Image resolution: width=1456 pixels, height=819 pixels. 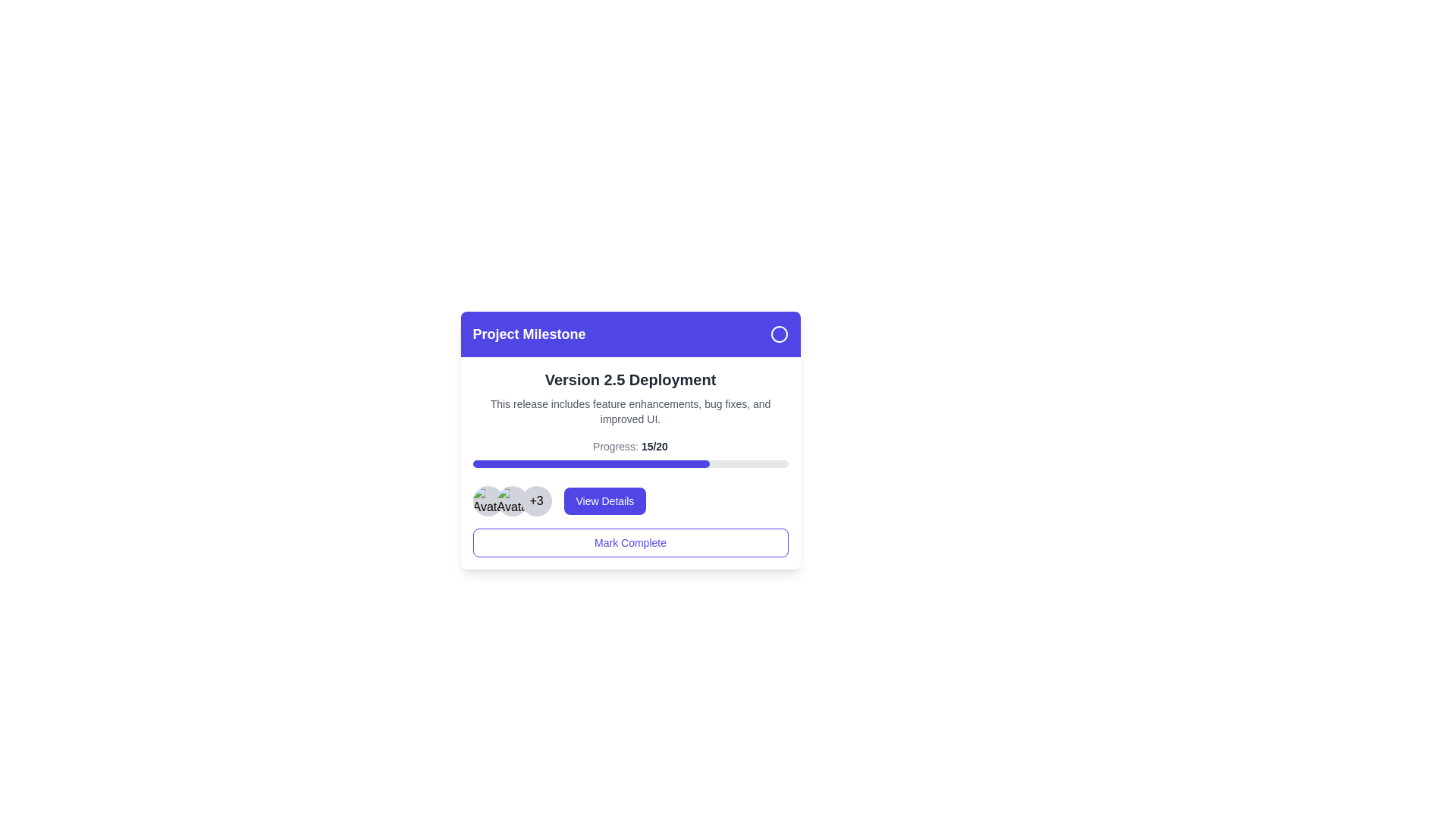 What do you see at coordinates (630, 500) in the screenshot?
I see `the button located below the progress bar and above the 'Mark Complete' button` at bounding box center [630, 500].